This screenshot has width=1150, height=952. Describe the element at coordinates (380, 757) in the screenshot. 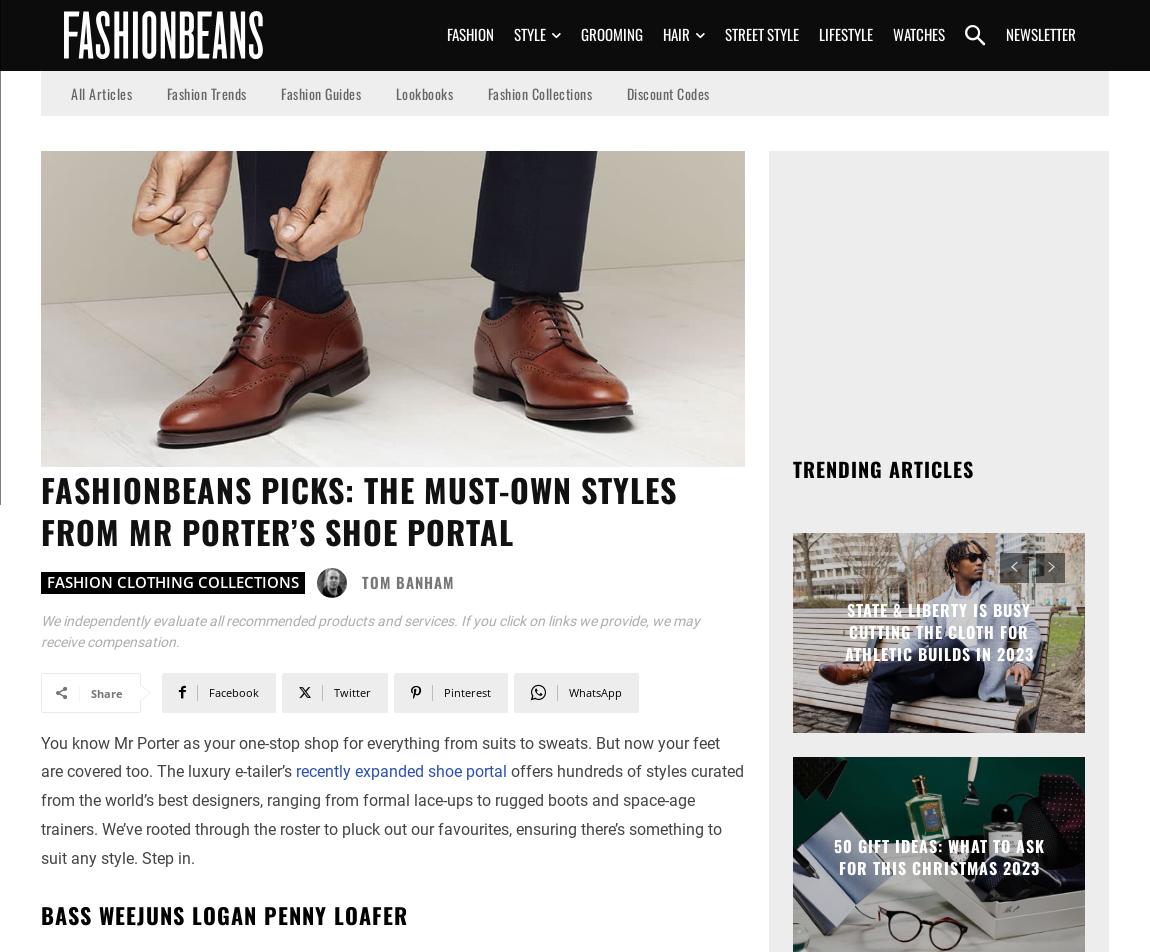

I see `'You know Mr Porter as your one-stop shop for everything from suits to sweats. But now your feet are covered too. The luxury e-tailer’s'` at that location.